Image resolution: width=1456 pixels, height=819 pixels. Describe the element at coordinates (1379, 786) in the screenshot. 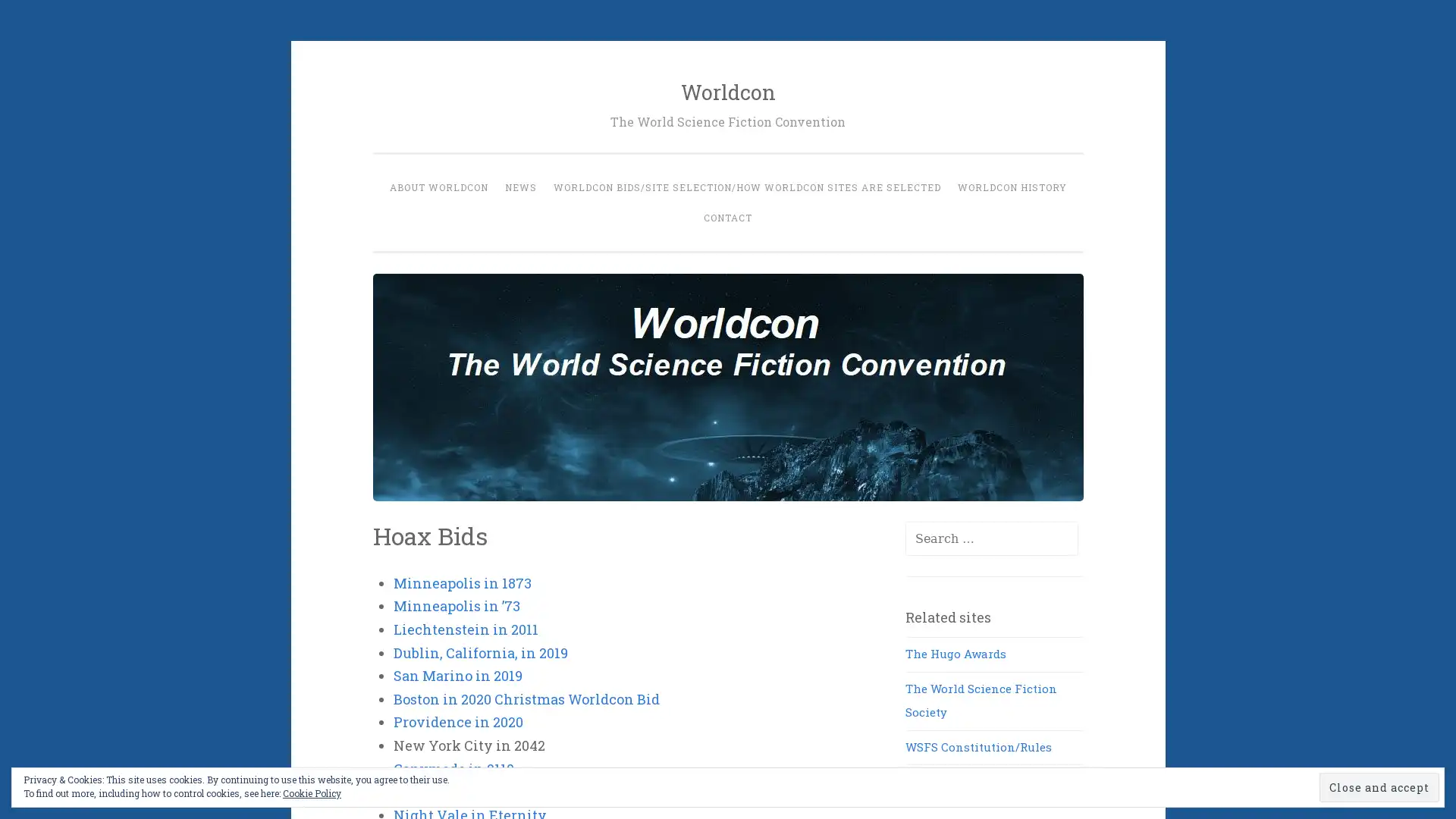

I see `Close and accept` at that location.